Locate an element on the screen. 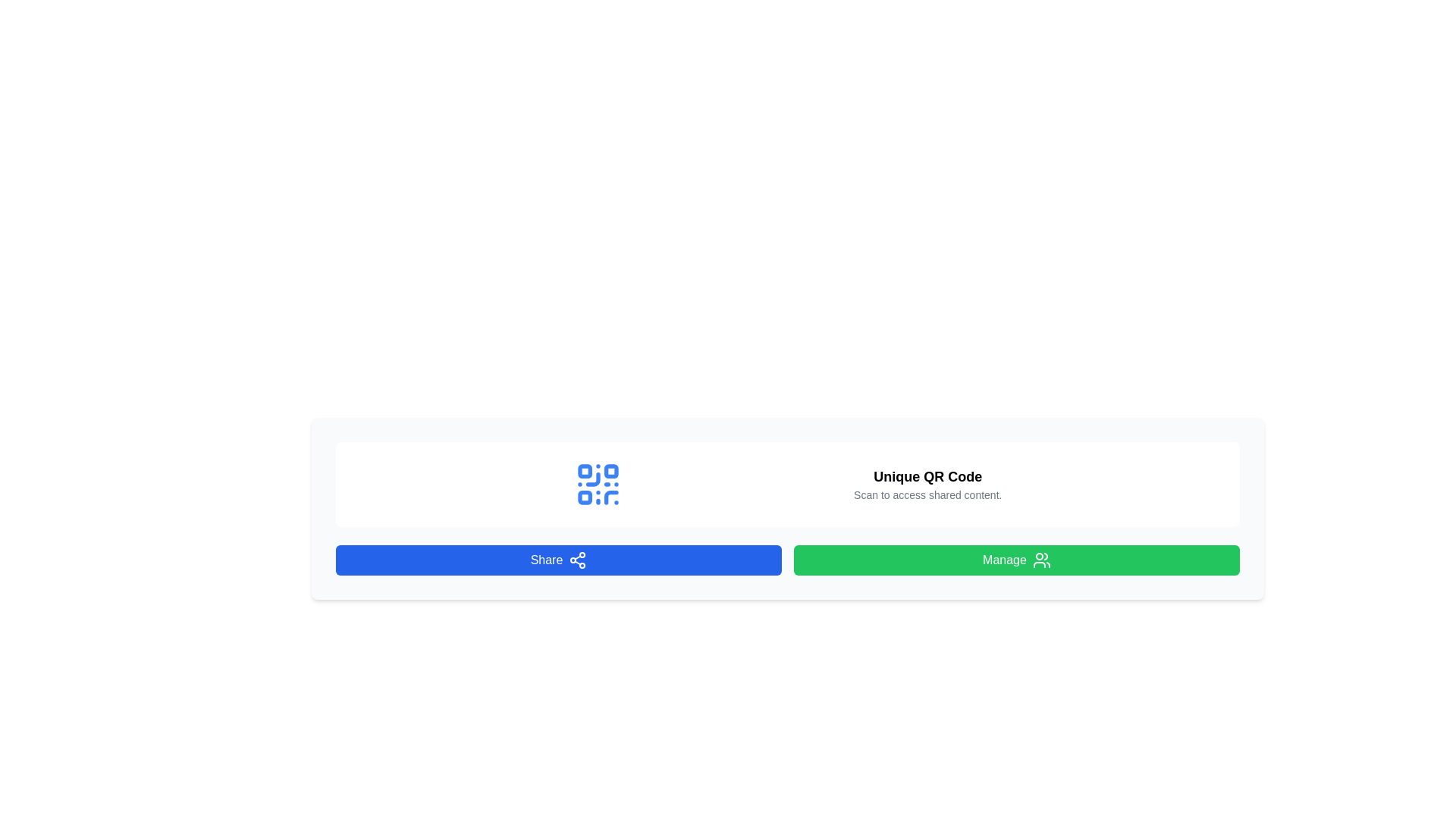 The width and height of the screenshot is (1456, 819). the blue 'Share' button with white text and sharing icon located is located at coordinates (558, 560).